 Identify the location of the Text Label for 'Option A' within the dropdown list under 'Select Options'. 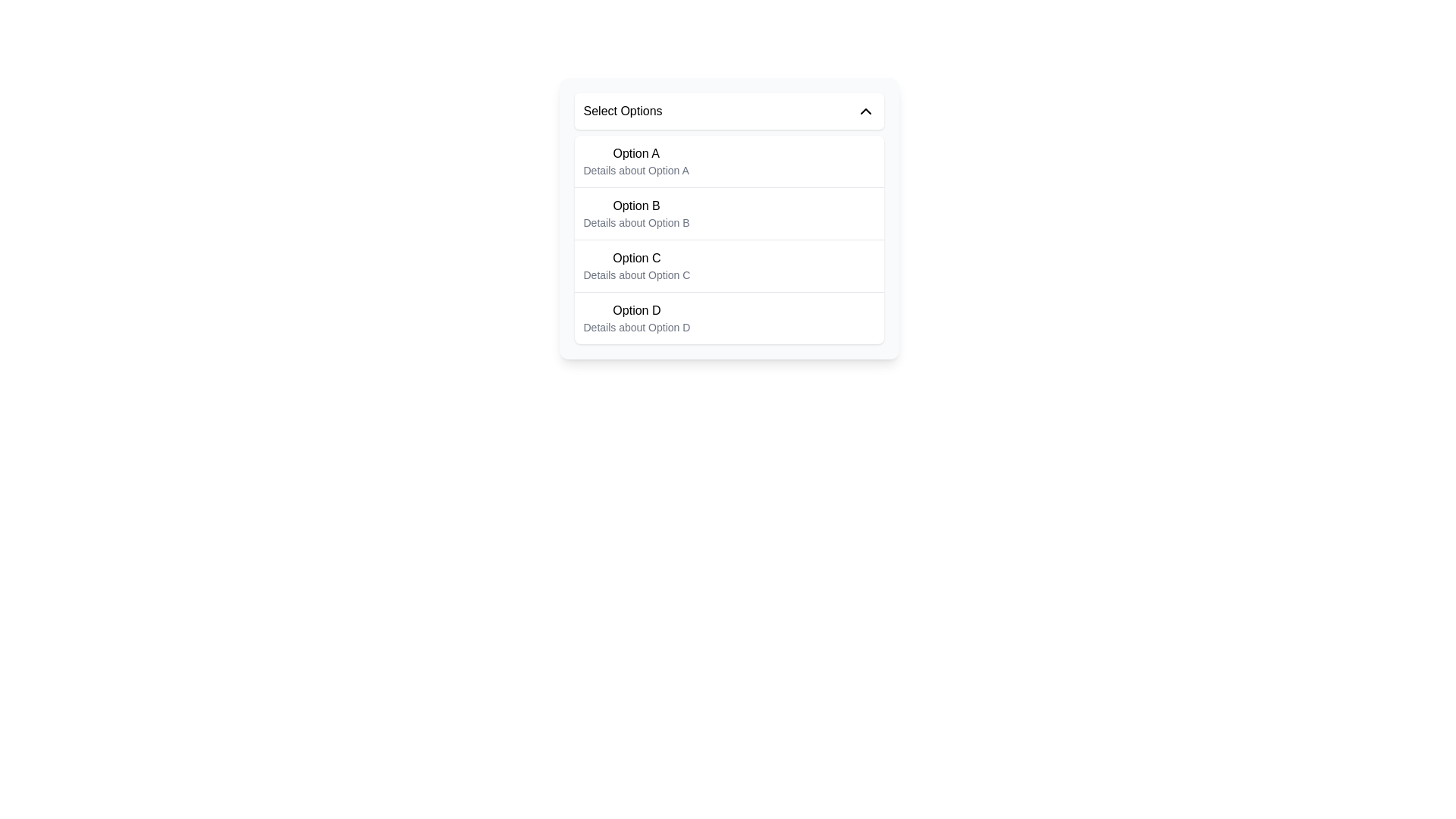
(636, 154).